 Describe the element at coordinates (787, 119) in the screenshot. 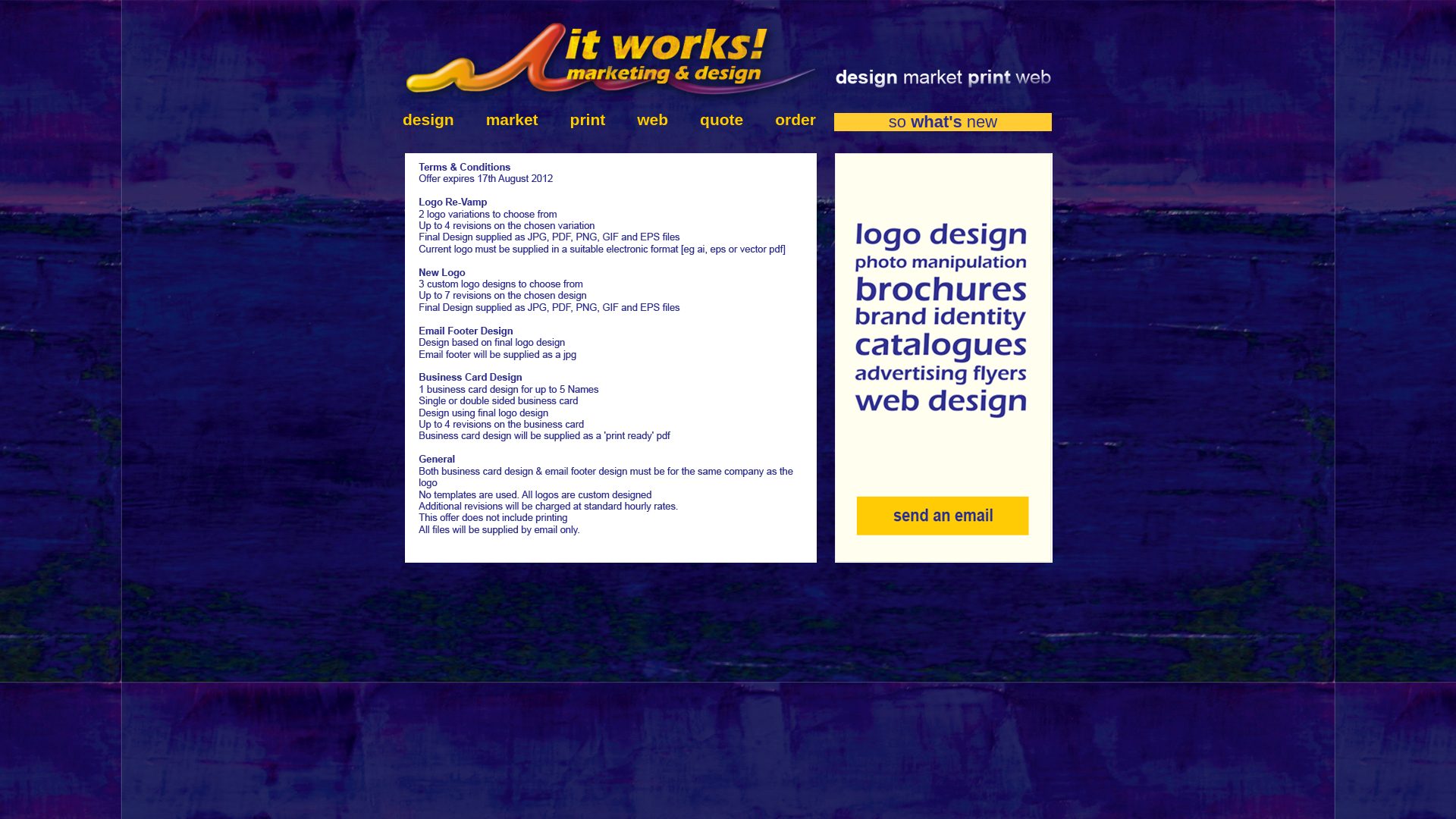

I see `'order'` at that location.